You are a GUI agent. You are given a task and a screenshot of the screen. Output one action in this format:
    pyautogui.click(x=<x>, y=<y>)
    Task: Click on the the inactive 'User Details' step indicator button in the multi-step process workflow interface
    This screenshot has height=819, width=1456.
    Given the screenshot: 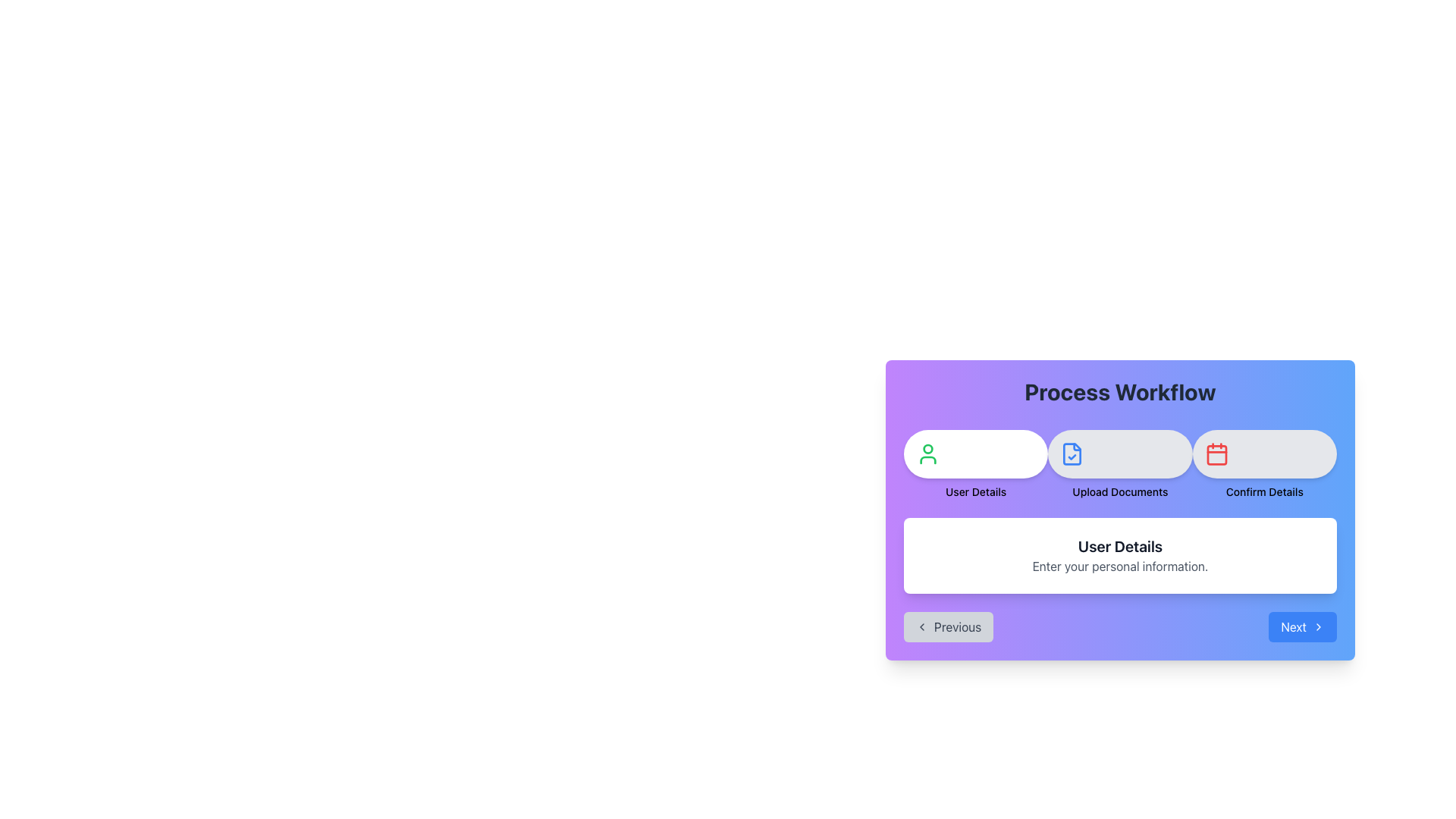 What is the action you would take?
    pyautogui.click(x=976, y=464)
    